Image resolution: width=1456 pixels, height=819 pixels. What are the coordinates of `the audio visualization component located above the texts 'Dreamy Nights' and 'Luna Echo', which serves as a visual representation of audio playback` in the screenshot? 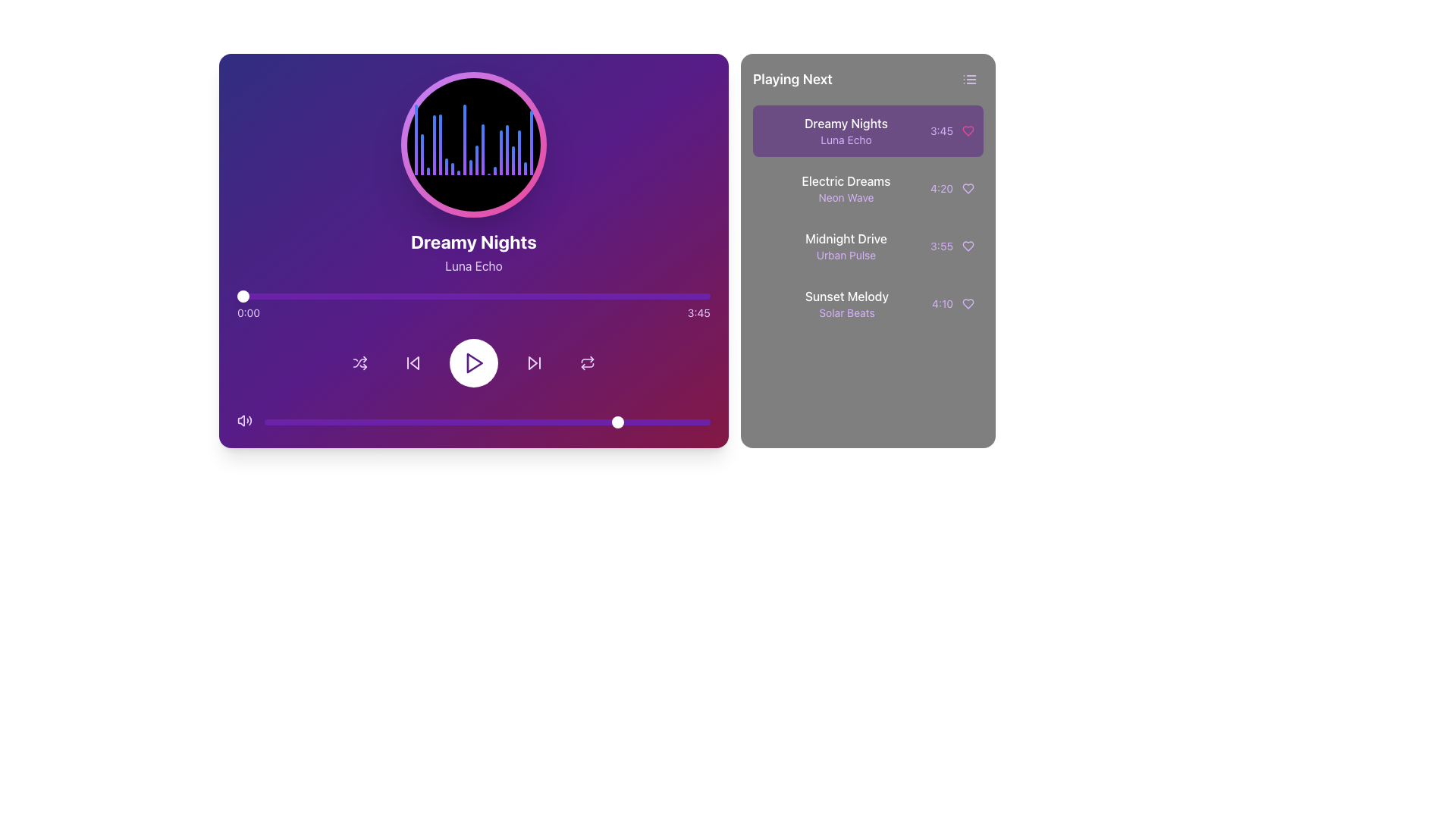 It's located at (472, 145).